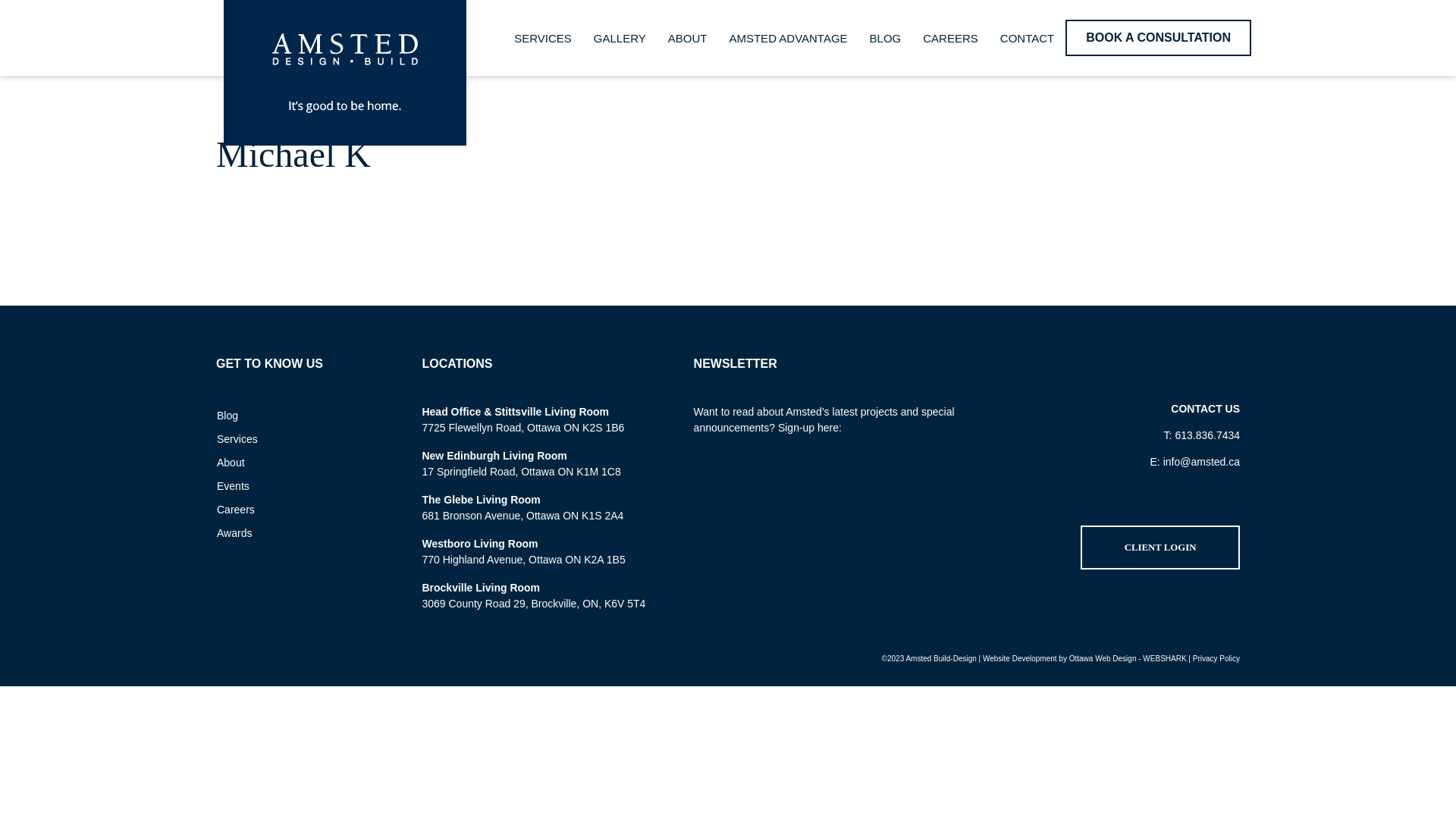 The width and height of the screenshot is (1456, 819). What do you see at coordinates (1192, 657) in the screenshot?
I see `'Privacy Policy'` at bounding box center [1192, 657].